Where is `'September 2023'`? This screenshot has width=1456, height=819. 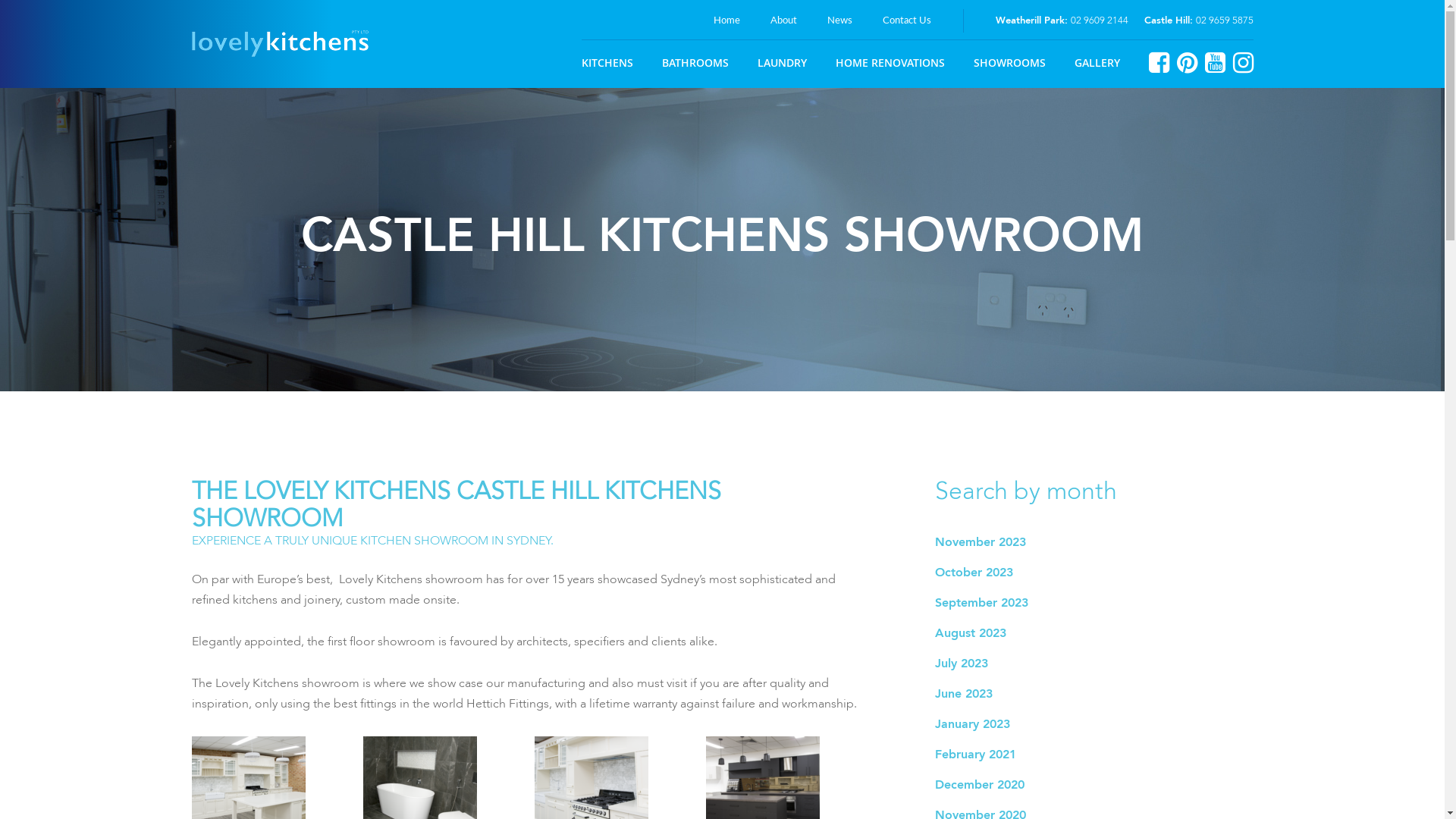 'September 2023' is located at coordinates (981, 602).